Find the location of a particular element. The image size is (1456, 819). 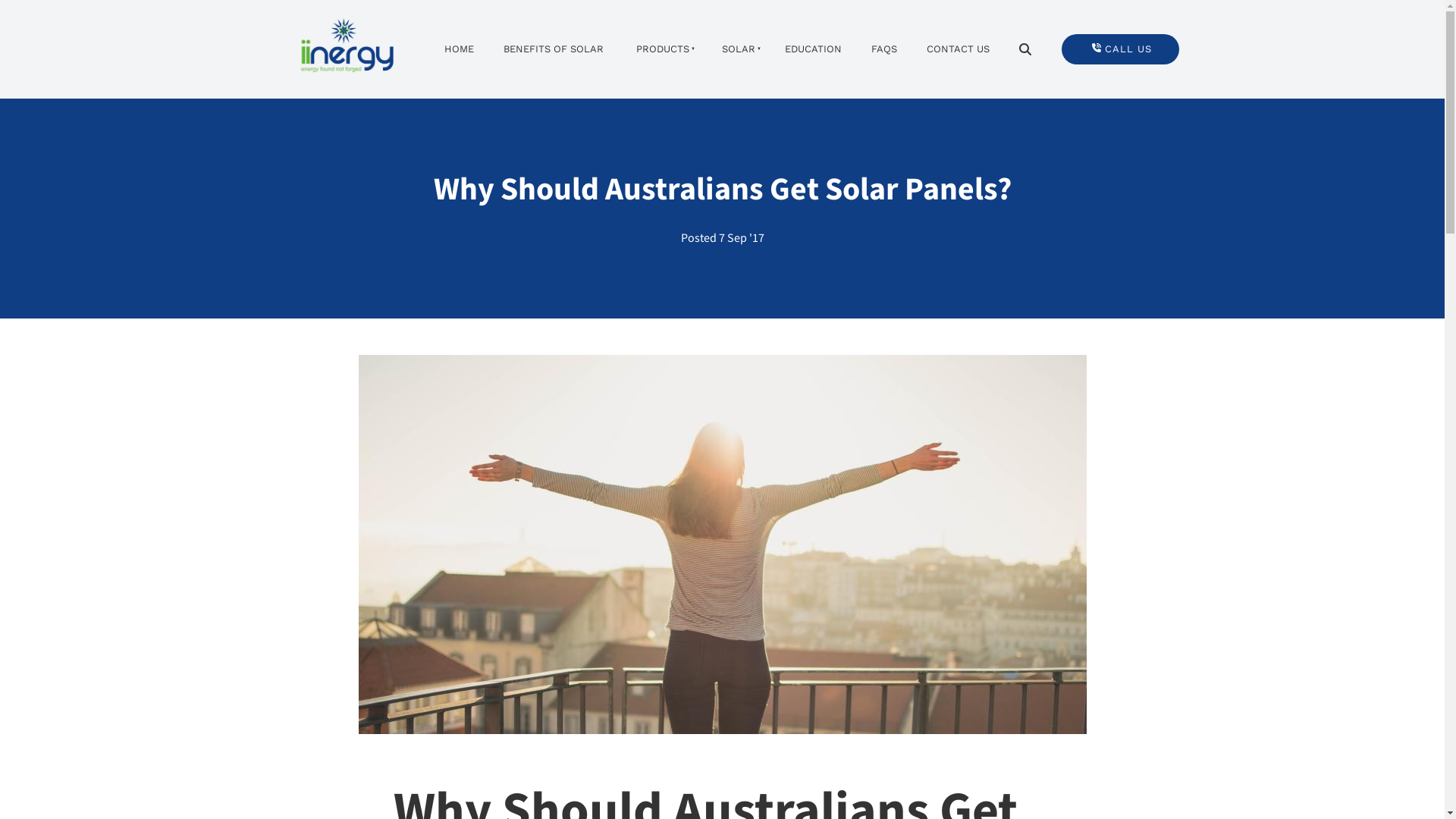

'CONTACT US' is located at coordinates (957, 49).